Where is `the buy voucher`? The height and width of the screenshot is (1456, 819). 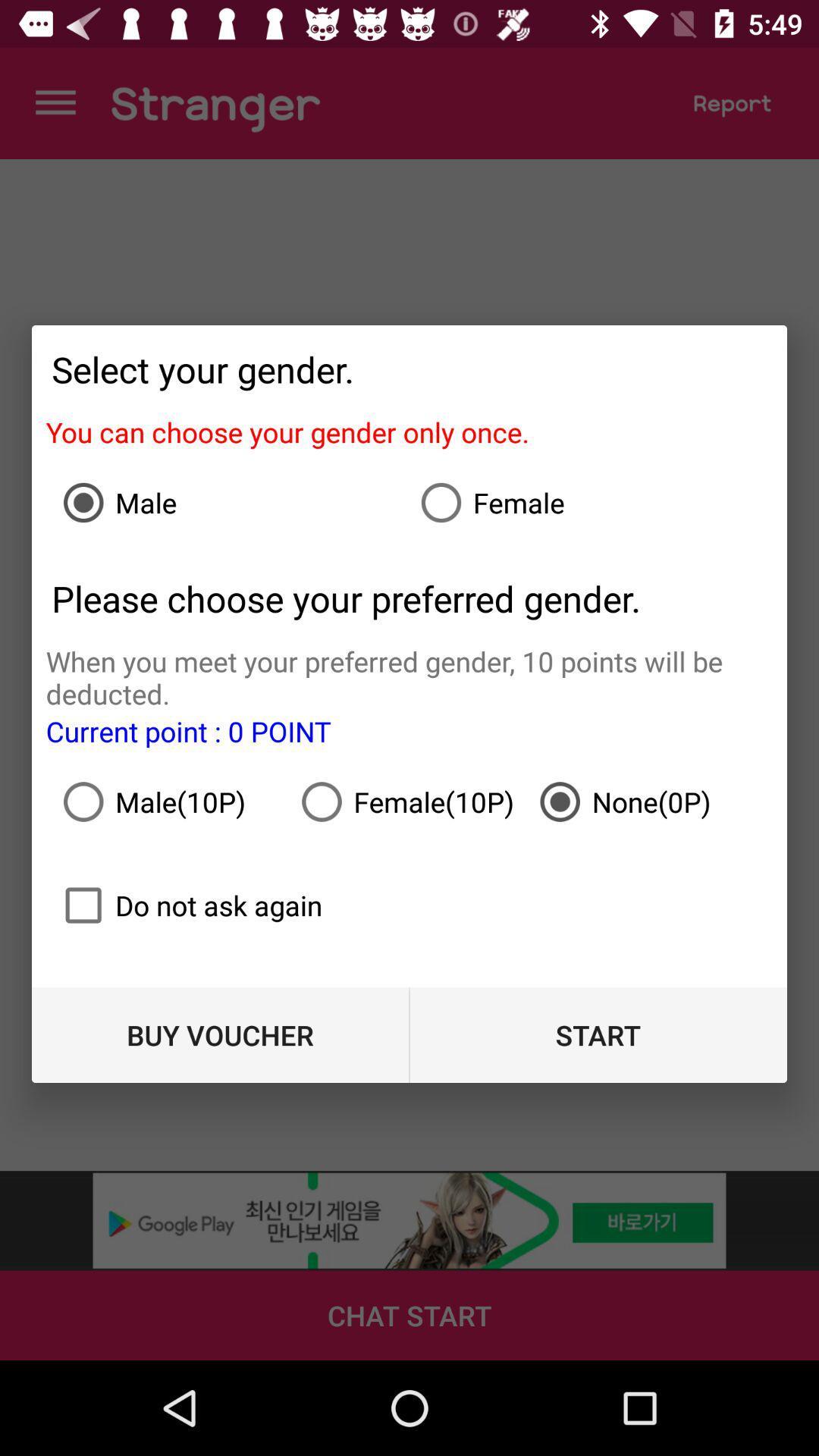 the buy voucher is located at coordinates (220, 1034).